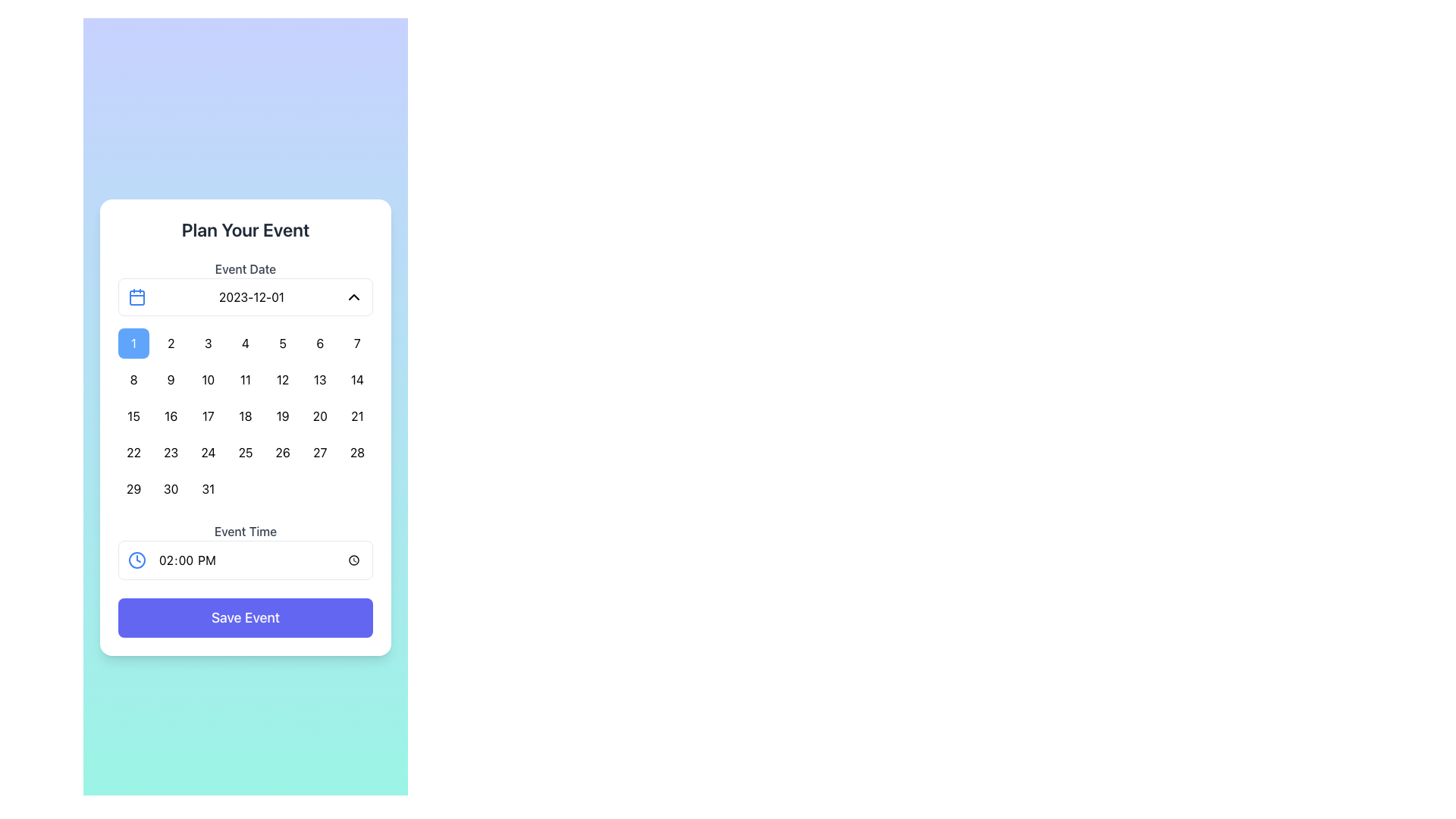 The image size is (1456, 819). I want to click on the clock icon located immediately to the left of the time display '02:00 PM' in the Event Time section, so click(137, 560).